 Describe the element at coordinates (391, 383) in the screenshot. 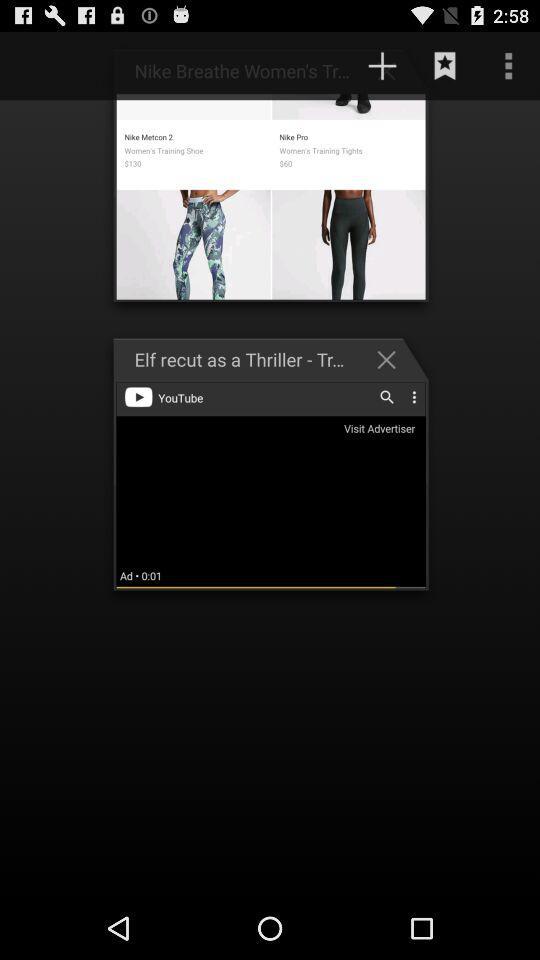

I see `the close icon` at that location.